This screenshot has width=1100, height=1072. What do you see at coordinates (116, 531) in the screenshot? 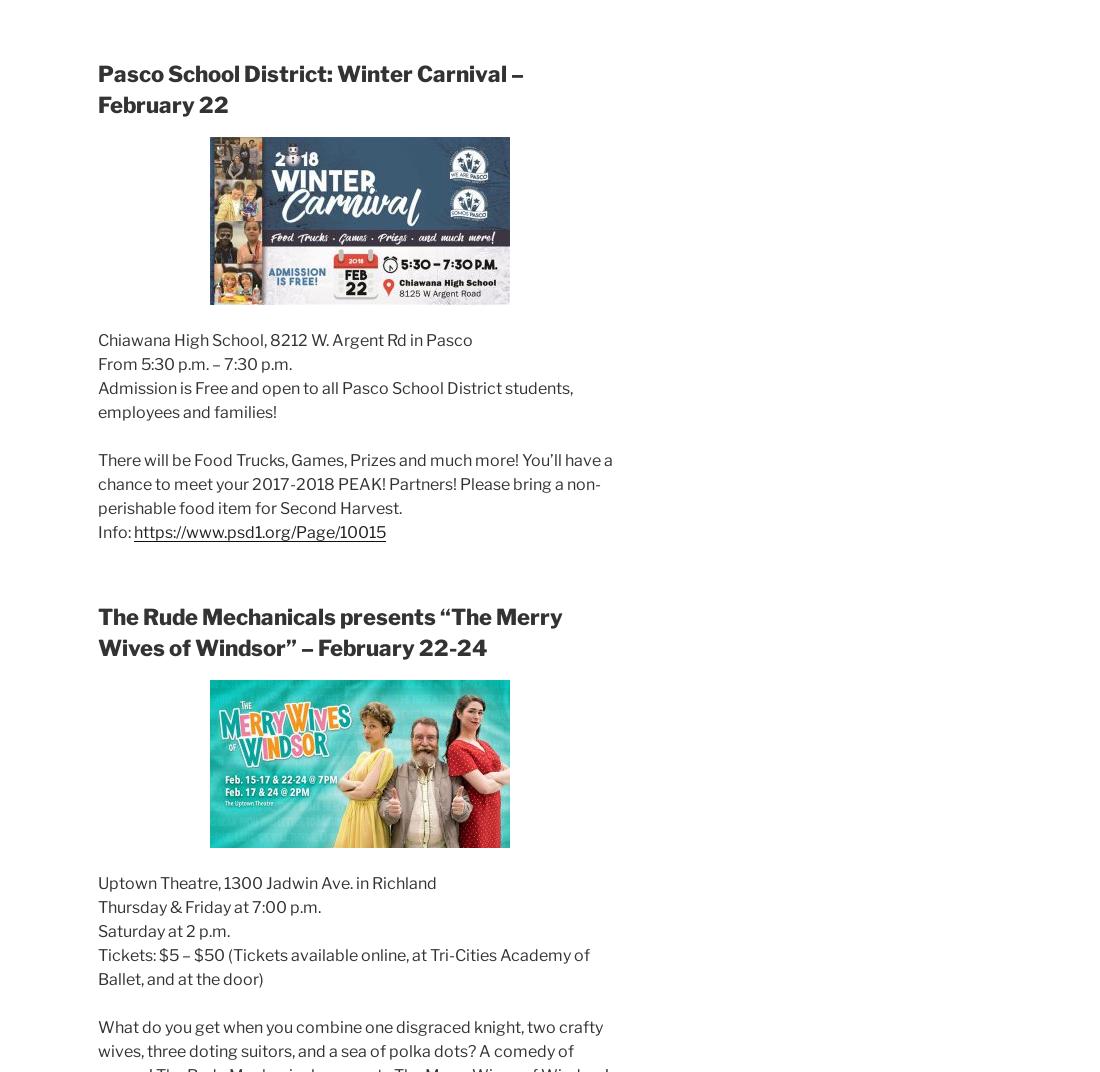
I see `'Info:'` at bounding box center [116, 531].